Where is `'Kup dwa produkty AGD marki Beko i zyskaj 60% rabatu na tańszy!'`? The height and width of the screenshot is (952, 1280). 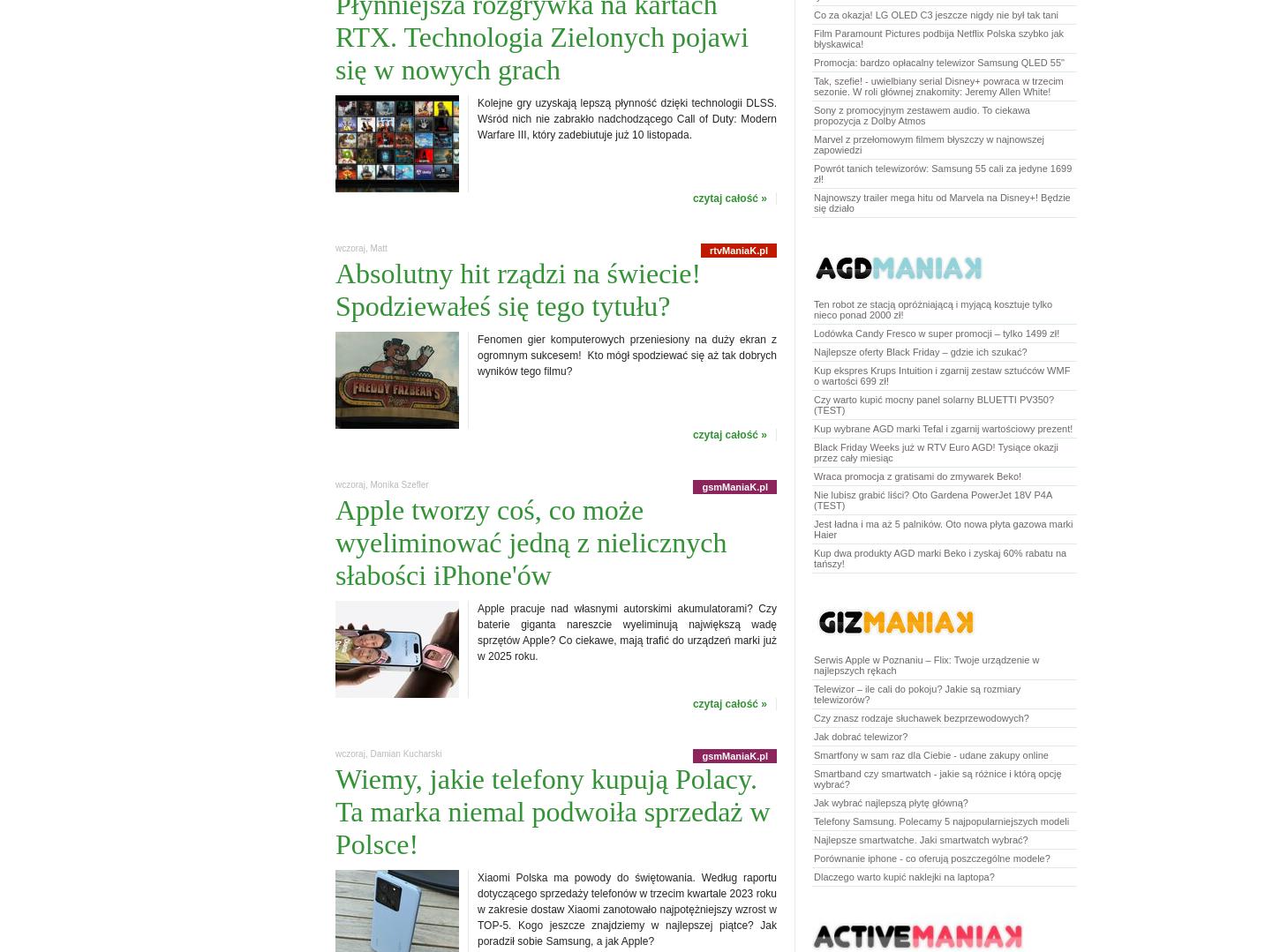
'Kup dwa produkty AGD marki Beko i zyskaj 60% rabatu na tańszy!' is located at coordinates (813, 558).